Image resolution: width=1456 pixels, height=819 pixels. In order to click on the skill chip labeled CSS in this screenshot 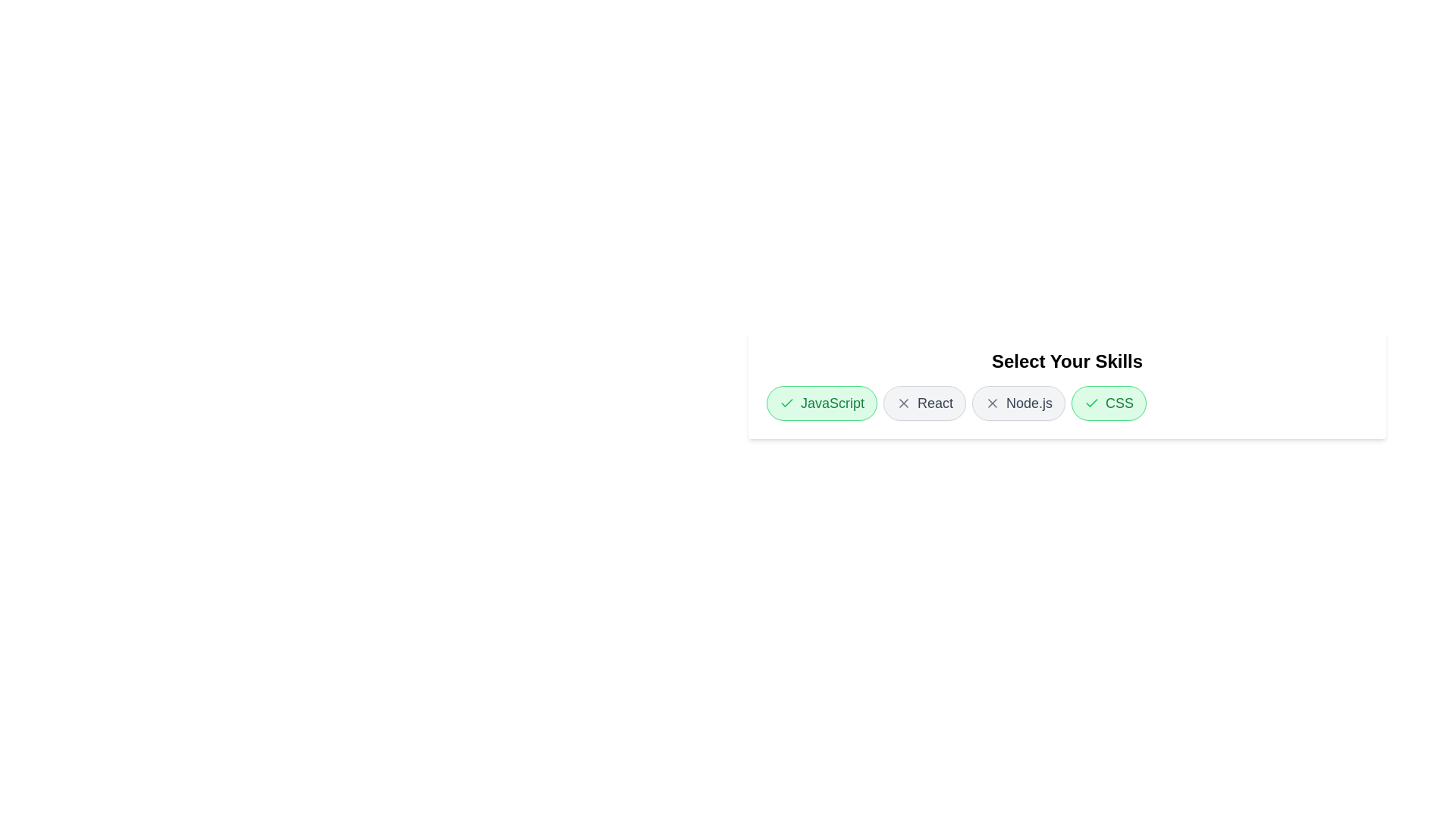, I will do `click(1109, 403)`.